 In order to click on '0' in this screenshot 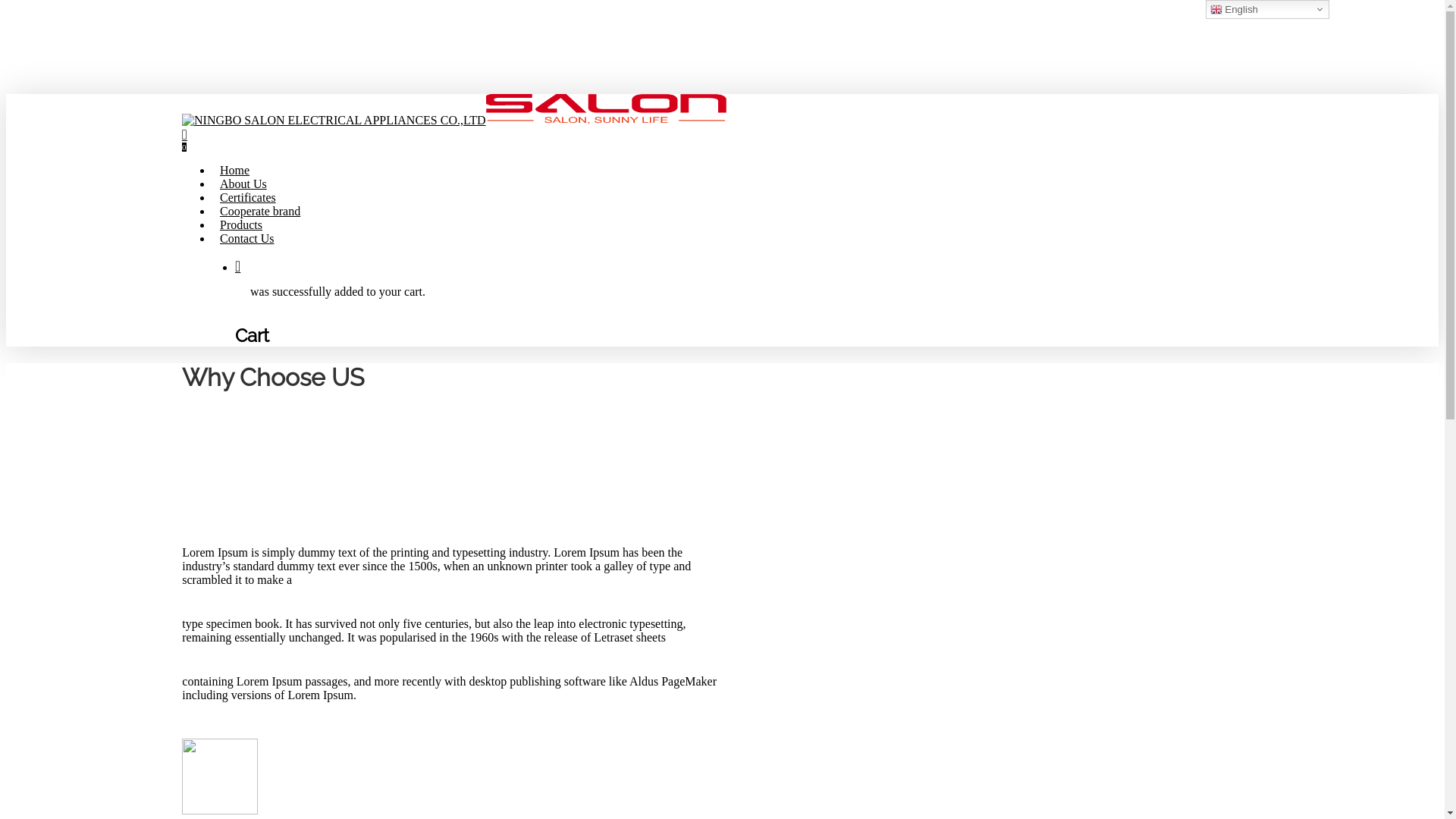, I will do `click(721, 140)`.